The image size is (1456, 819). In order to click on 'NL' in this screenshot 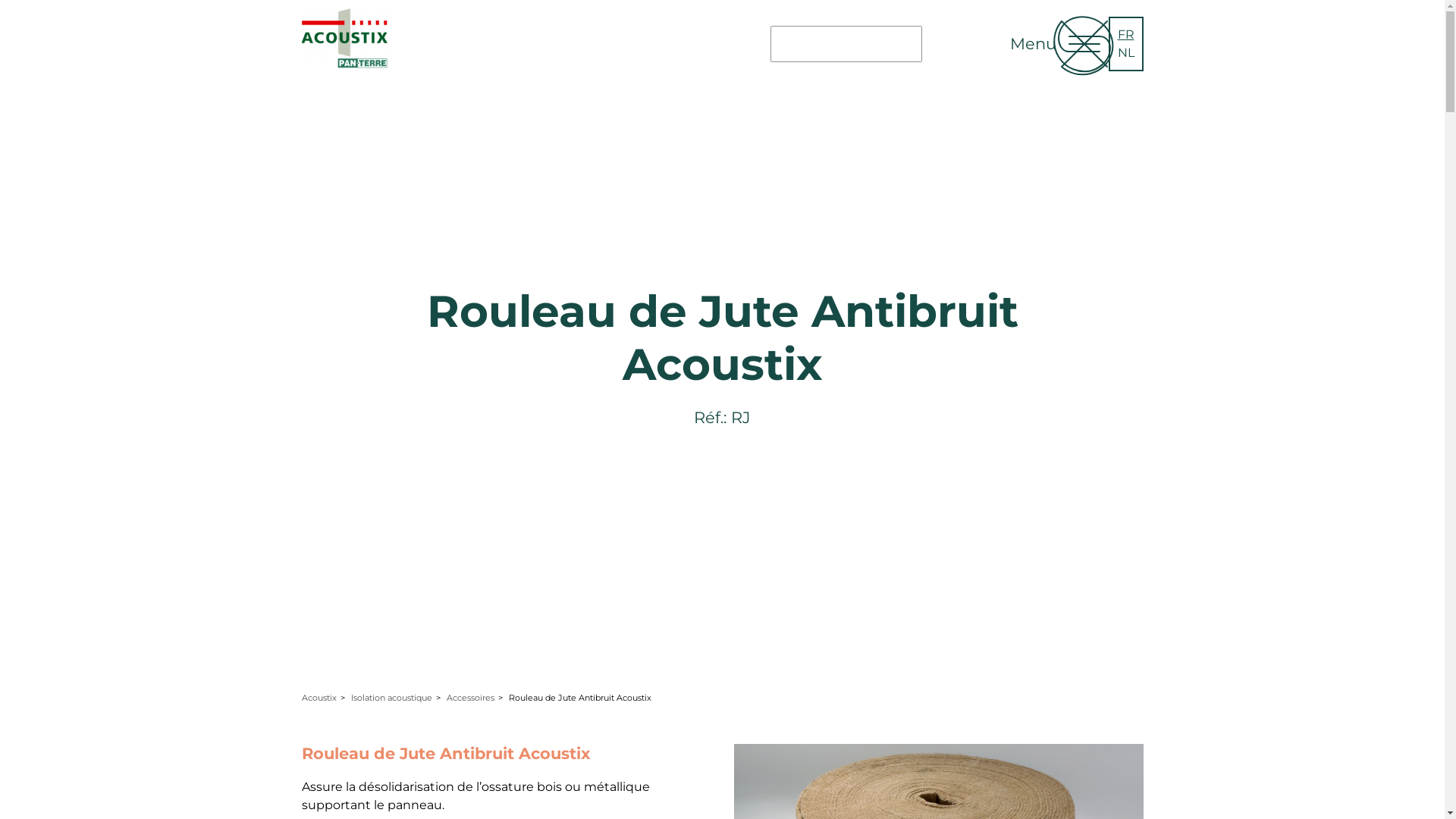, I will do `click(1117, 52)`.